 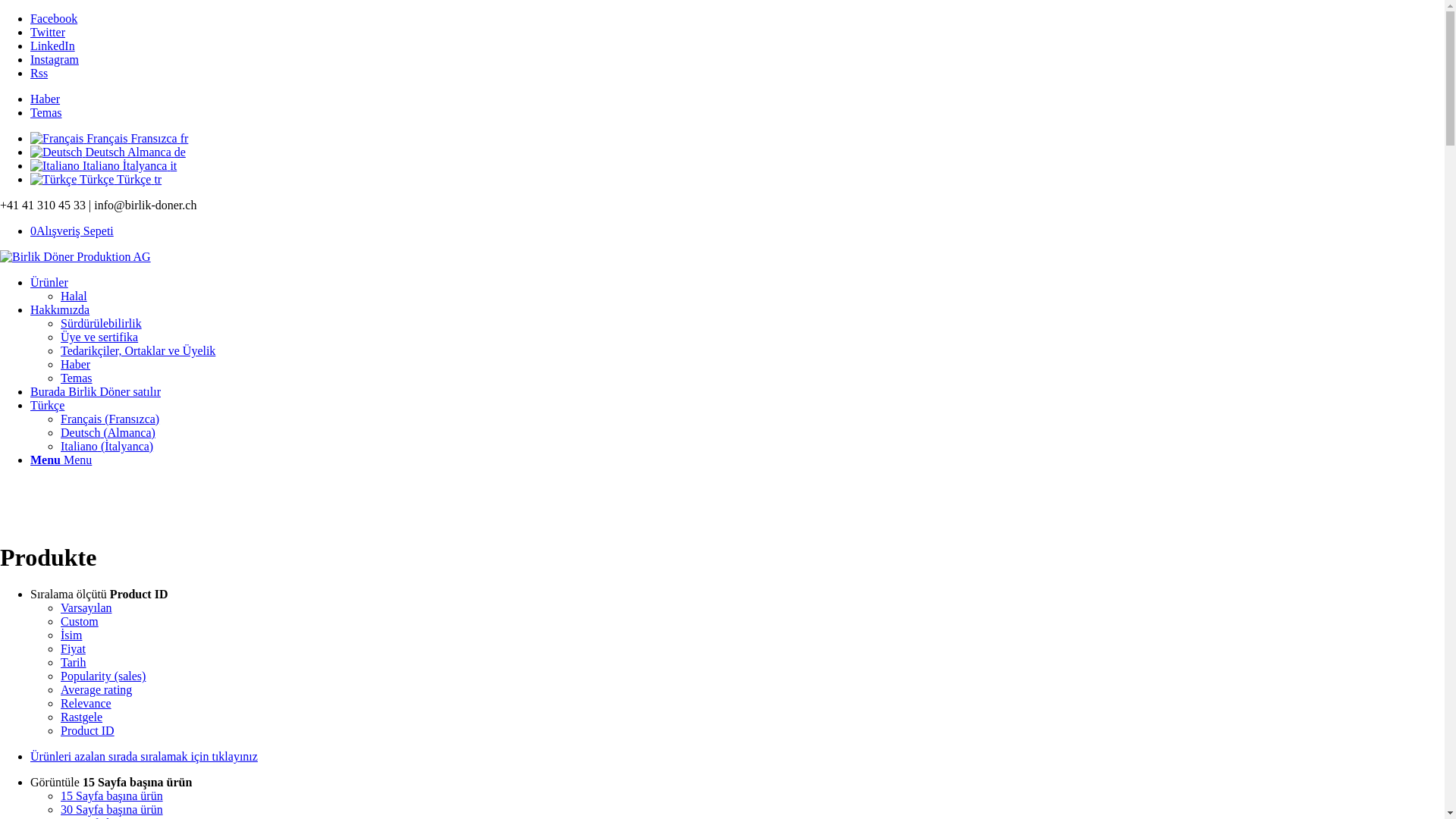 I want to click on 'Custom', so click(x=79, y=621).